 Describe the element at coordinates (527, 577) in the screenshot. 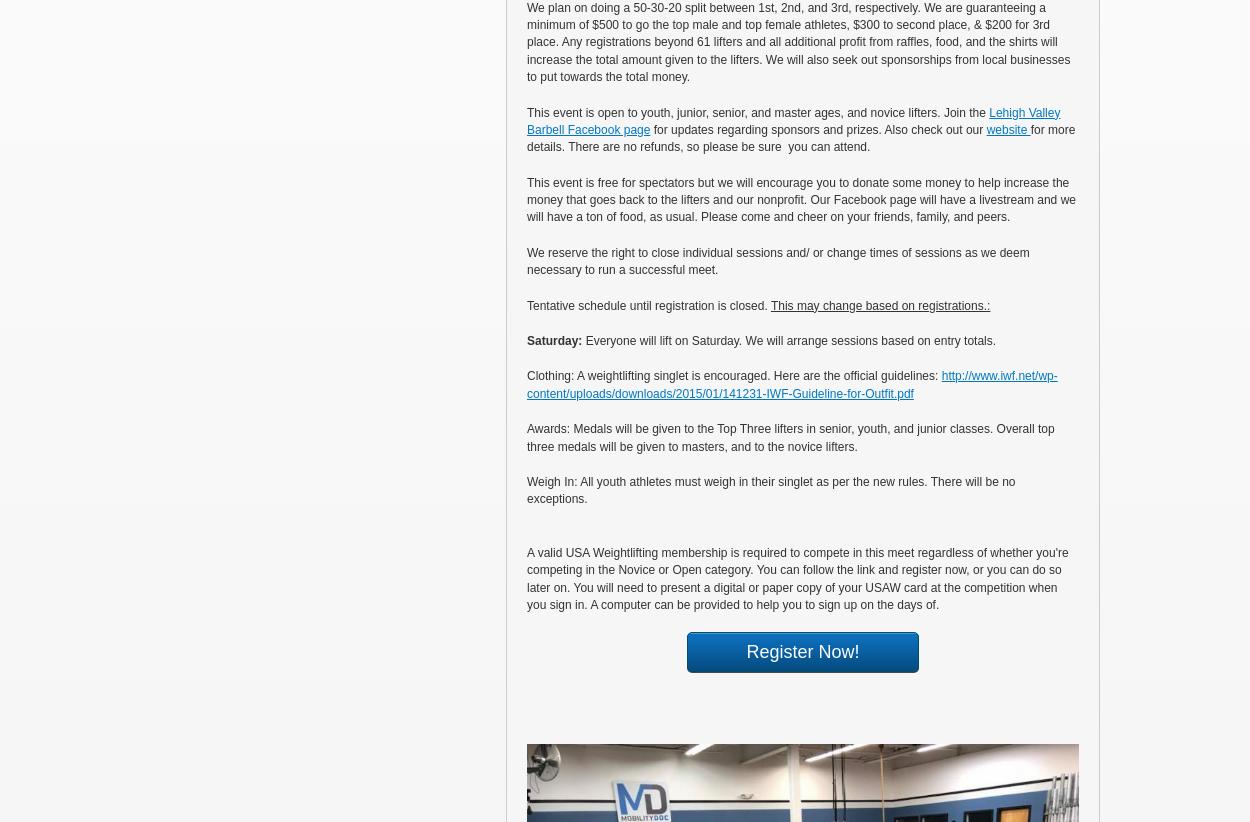

I see `'A valid USA Weightlifting membership is required to compete in this meet regardless of whether you're competing in the Novice or Open category. You can follow the link and register now, or you can do so later on. You will need to present a digital or paper copy of your USAW card at the competition when you sign in. A computer can be provided to help you to sign up on the days of.'` at that location.